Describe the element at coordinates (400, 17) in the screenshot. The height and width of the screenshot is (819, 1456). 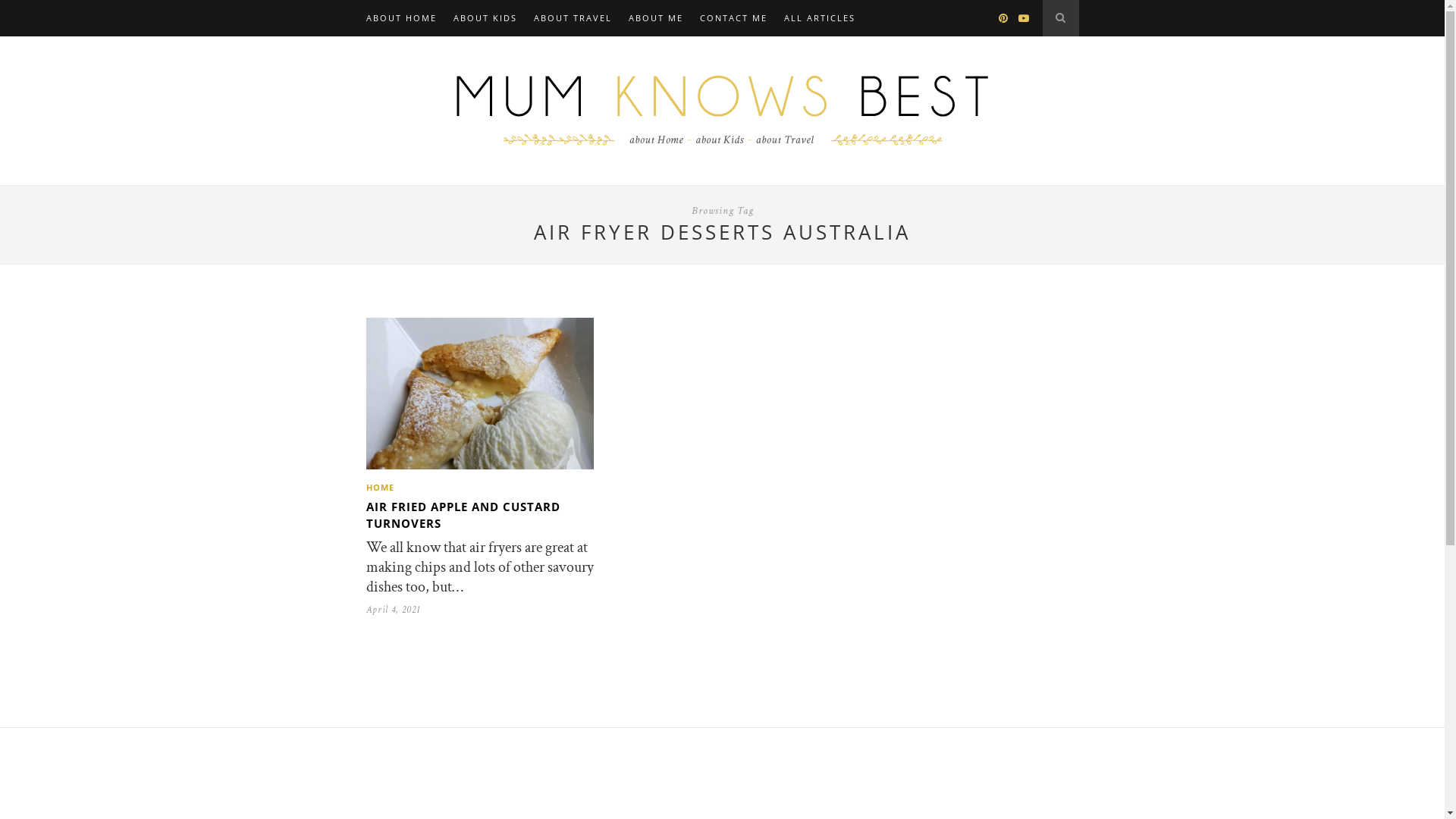
I see `'ABOUT HOME'` at that location.